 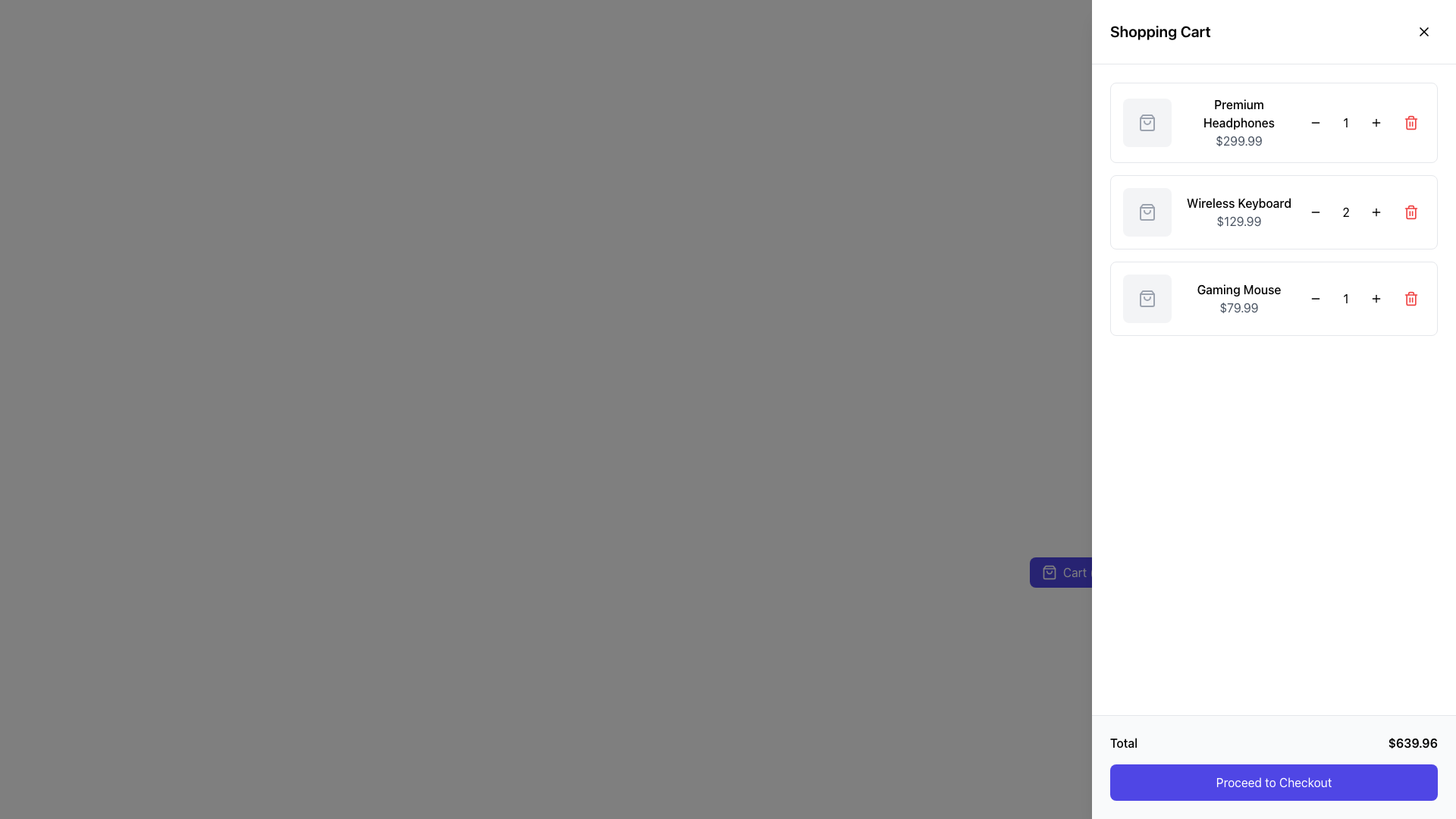 I want to click on the delete button located to the right of the 'Premium Headphones' entry in the shopping cart, so click(x=1410, y=122).